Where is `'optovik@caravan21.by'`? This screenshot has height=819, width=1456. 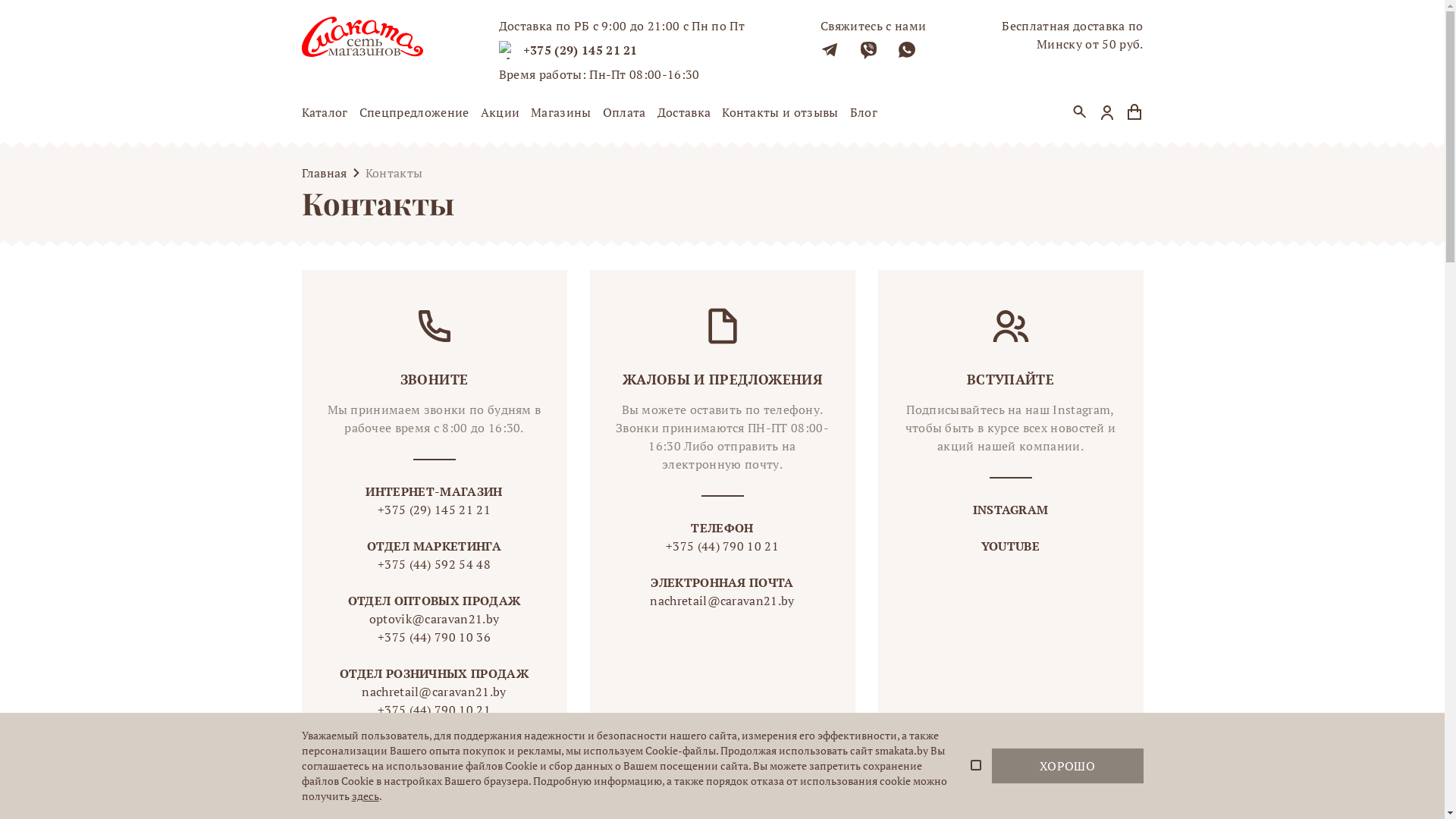 'optovik@caravan21.by' is located at coordinates (338, 619).